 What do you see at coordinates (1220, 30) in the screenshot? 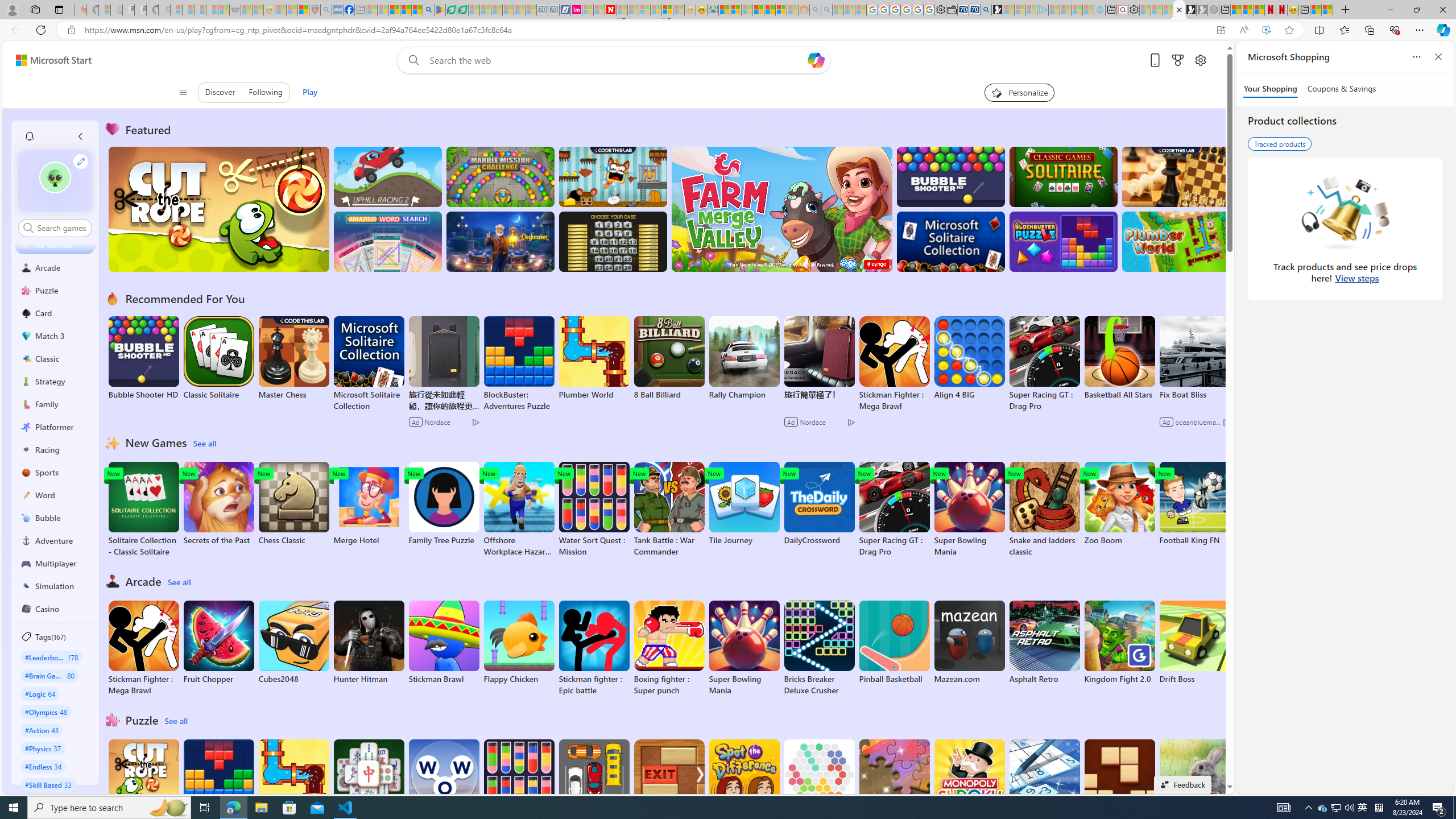
I see `'App available. Install Games from Microsoft Start'` at bounding box center [1220, 30].